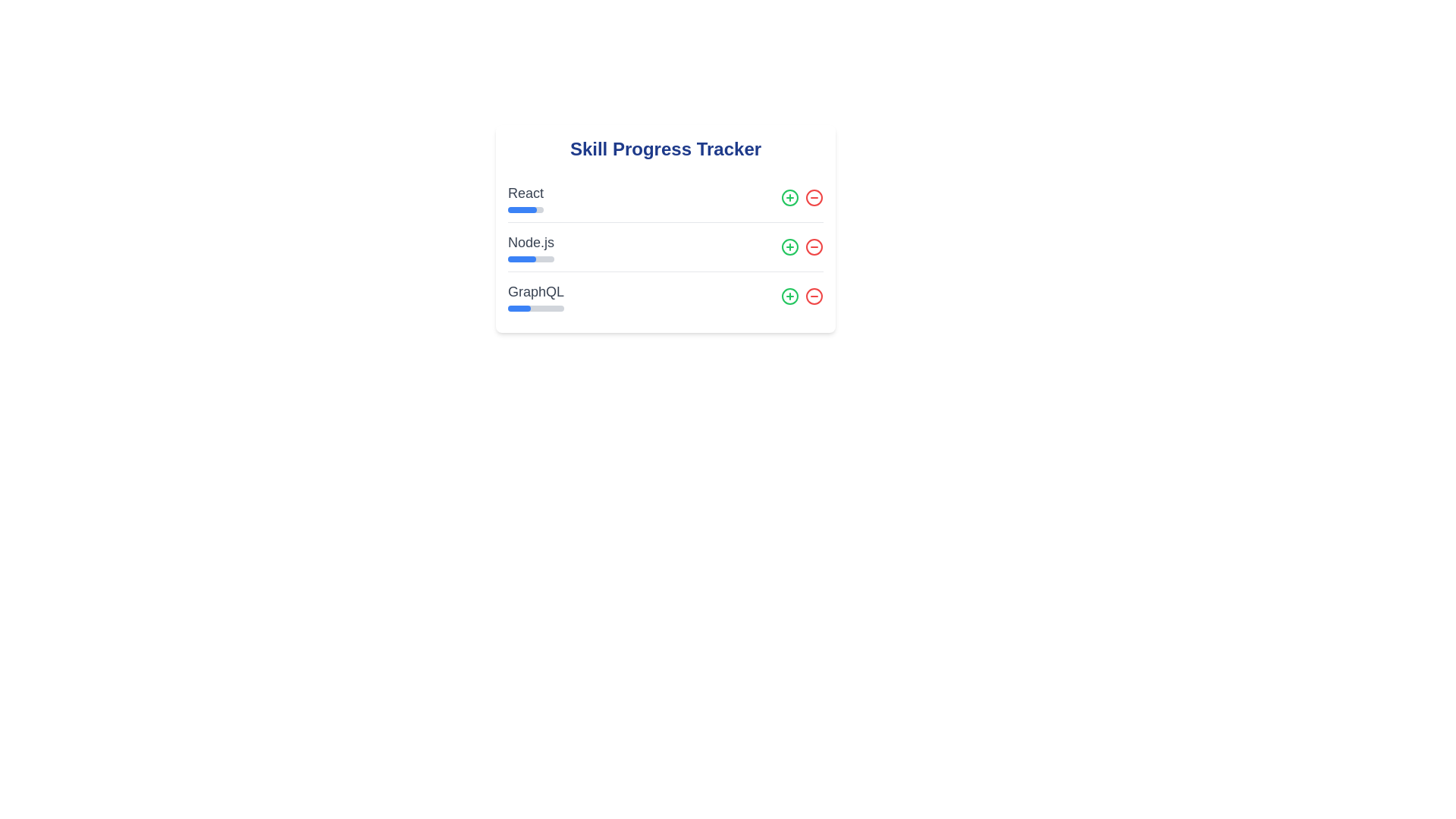  Describe the element at coordinates (789, 246) in the screenshot. I see `'+' button for the skill Node.js to increase its progress` at that location.